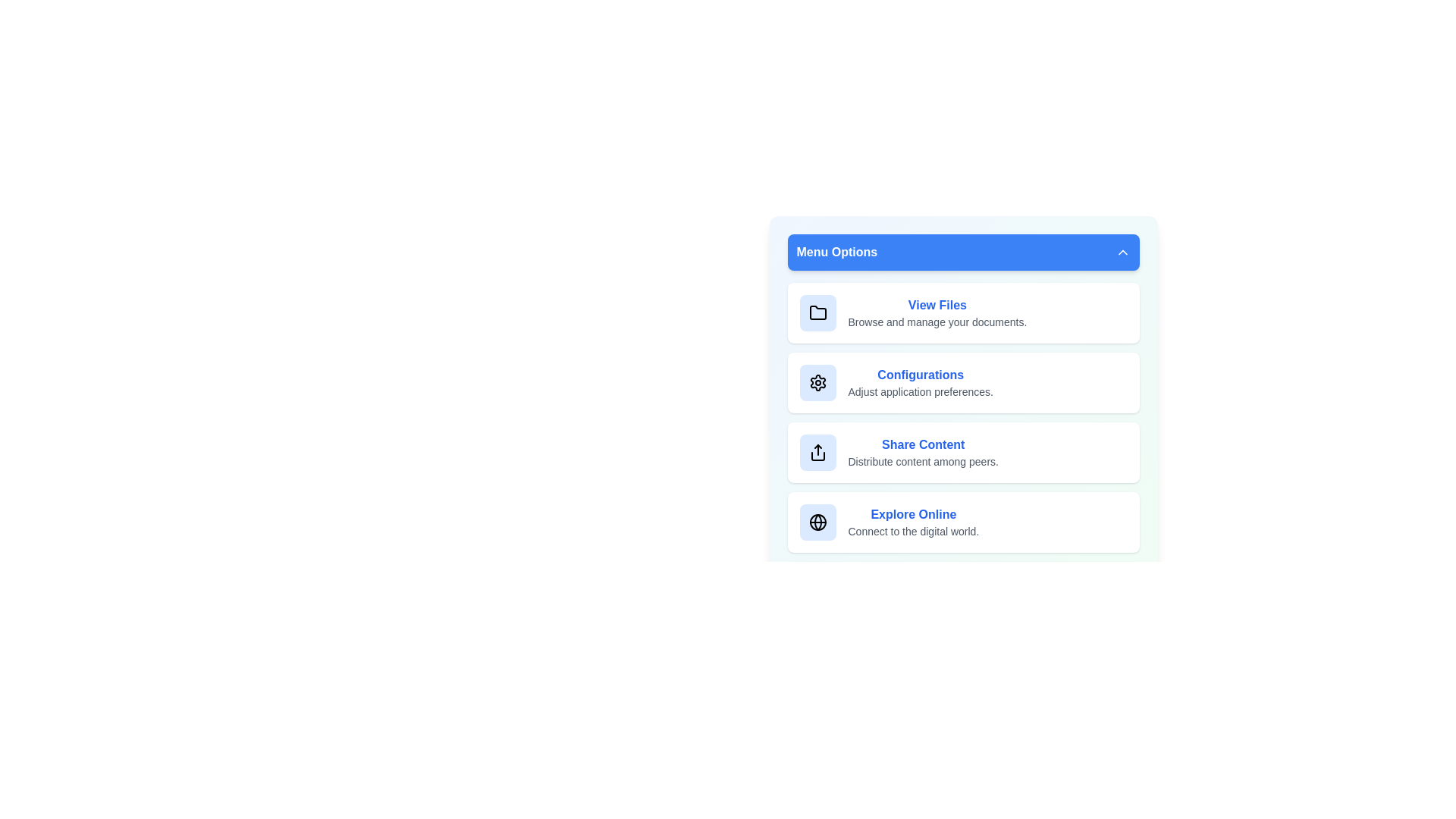 Image resolution: width=1456 pixels, height=819 pixels. I want to click on the menu item Share Content from the menu, so click(962, 452).